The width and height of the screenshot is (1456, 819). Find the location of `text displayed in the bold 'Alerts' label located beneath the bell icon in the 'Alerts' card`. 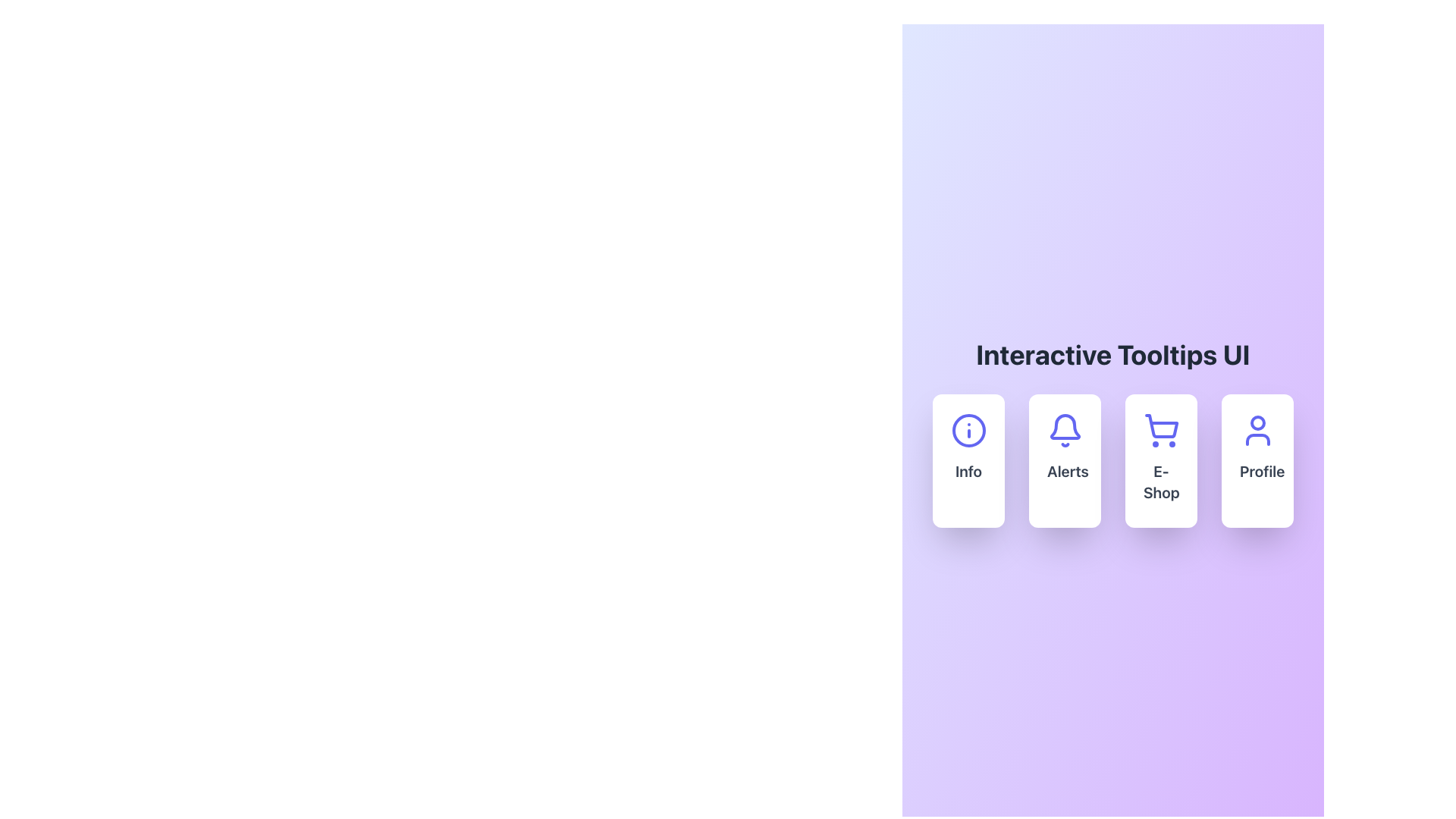

text displayed in the bold 'Alerts' label located beneath the bell icon in the 'Alerts' card is located at coordinates (1064, 470).